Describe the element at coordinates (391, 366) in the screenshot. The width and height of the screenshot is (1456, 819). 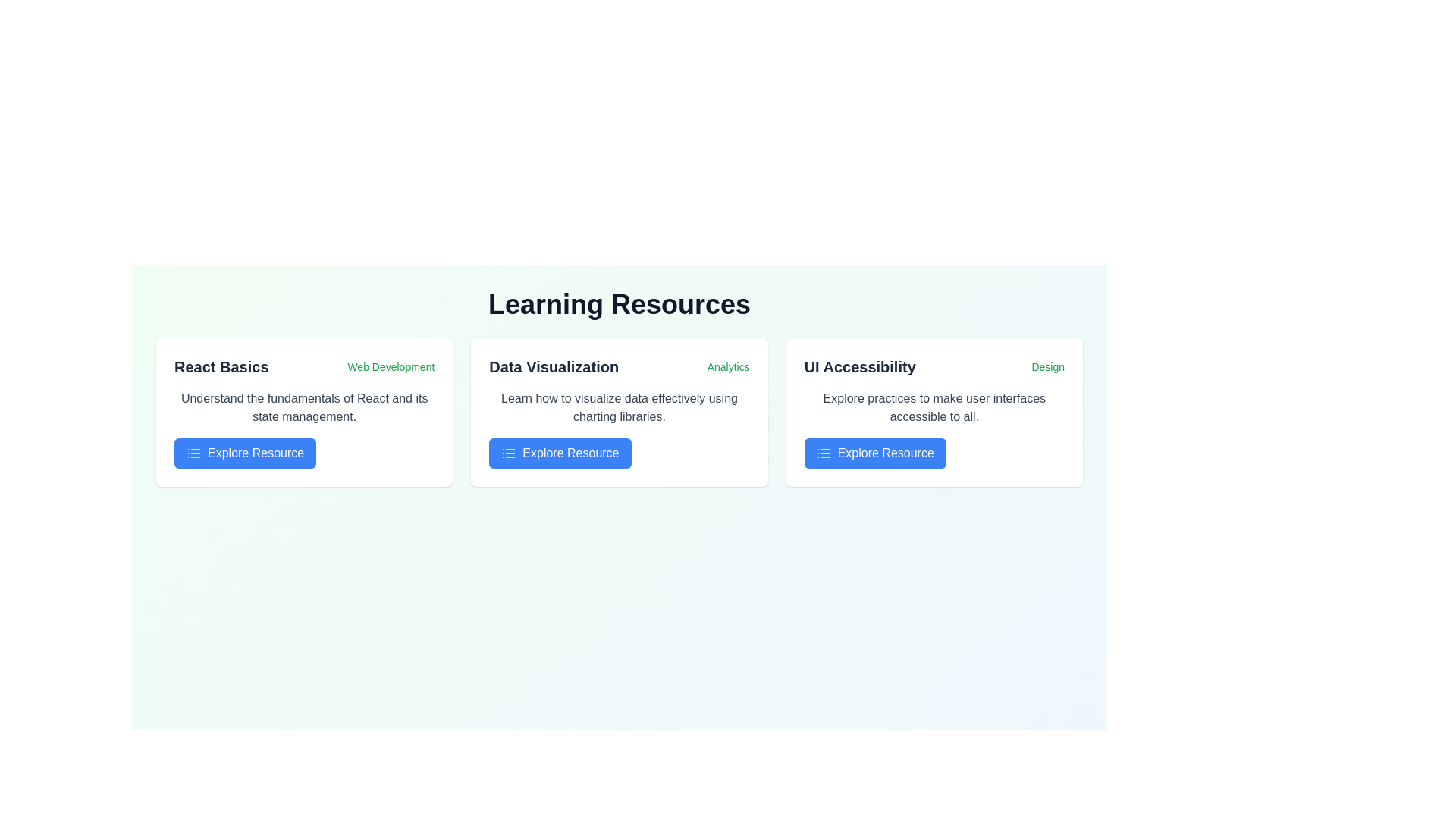
I see `text label displaying 'Web Development' in green color, located in the upper-right corner of the first card next to the title 'React Basics'` at that location.